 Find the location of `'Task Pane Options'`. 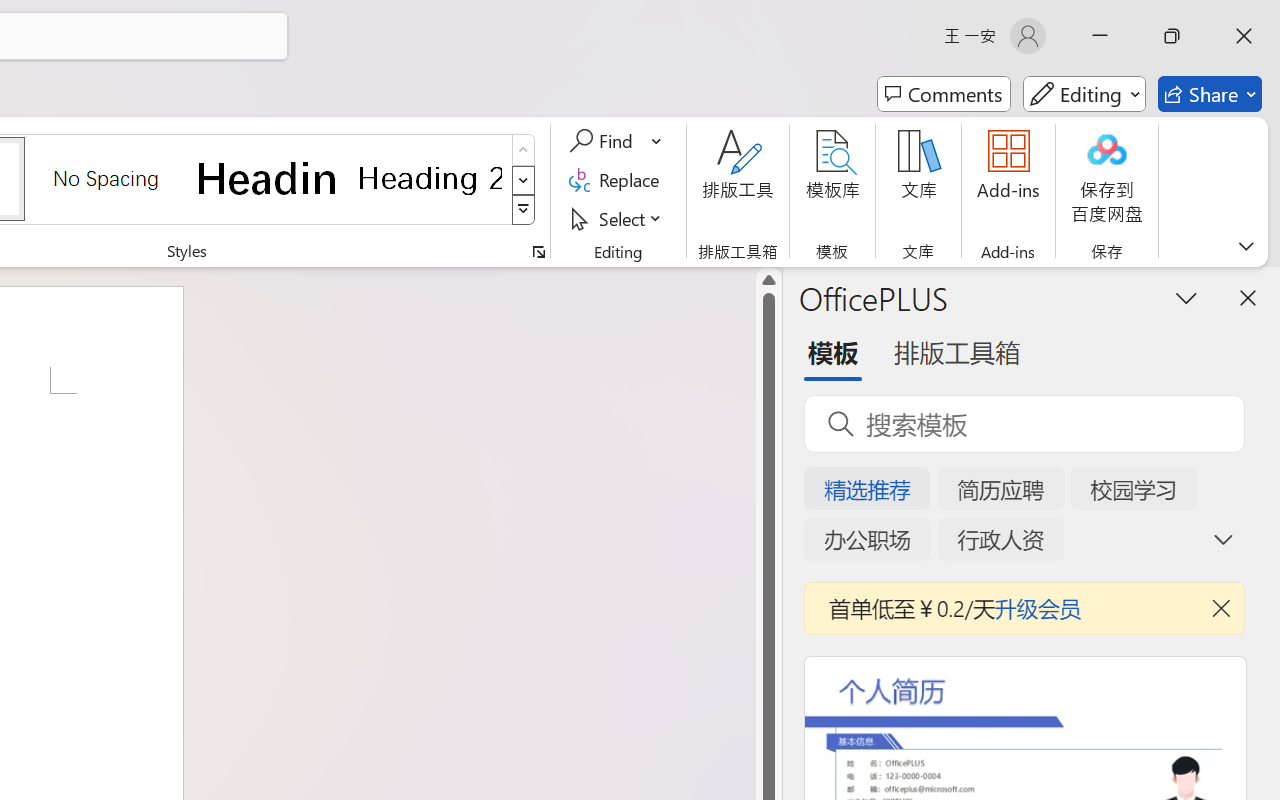

'Task Pane Options' is located at coordinates (1187, 297).